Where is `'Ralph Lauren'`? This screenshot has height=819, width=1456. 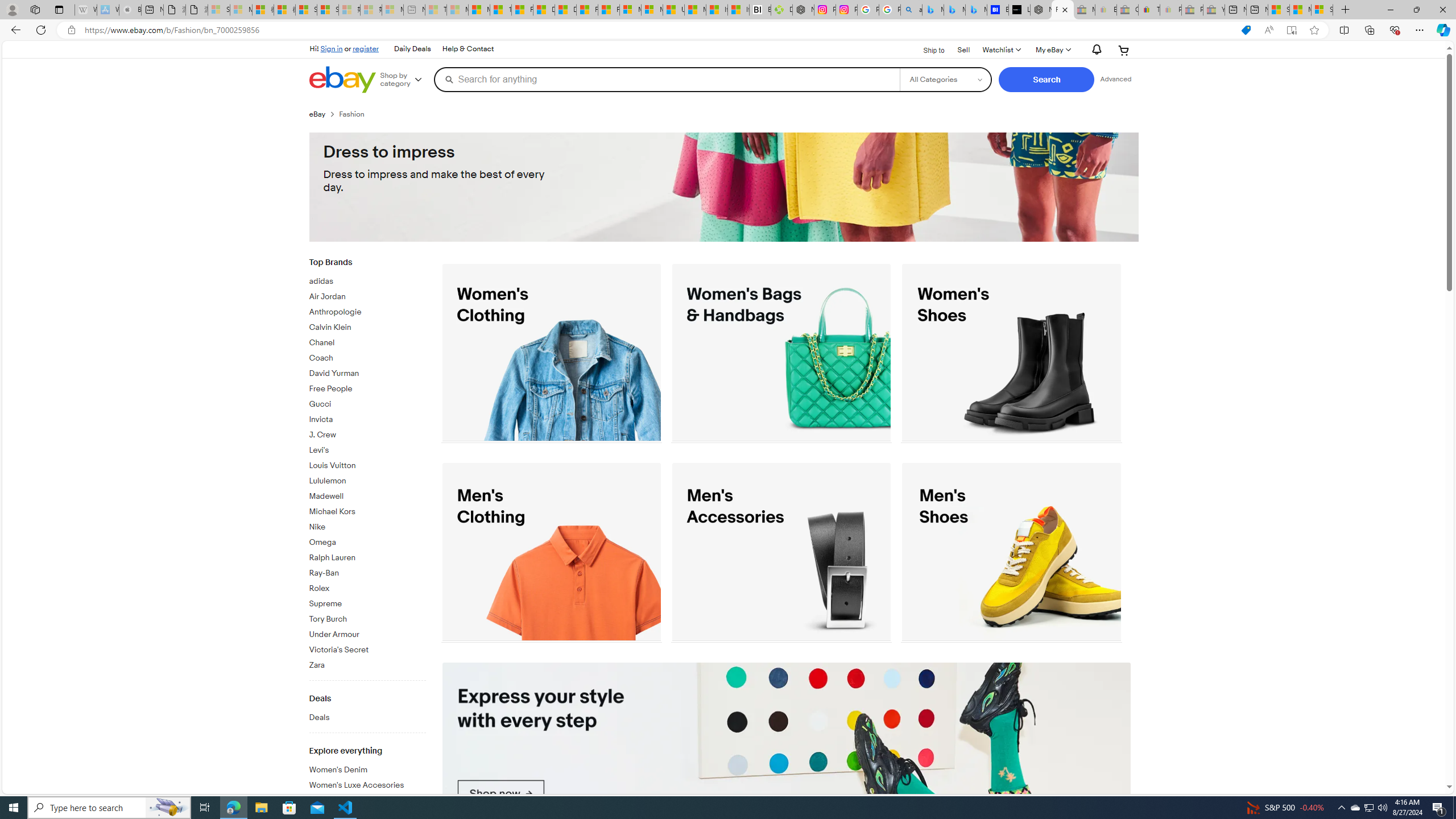
'Ralph Lauren' is located at coordinates (367, 555).